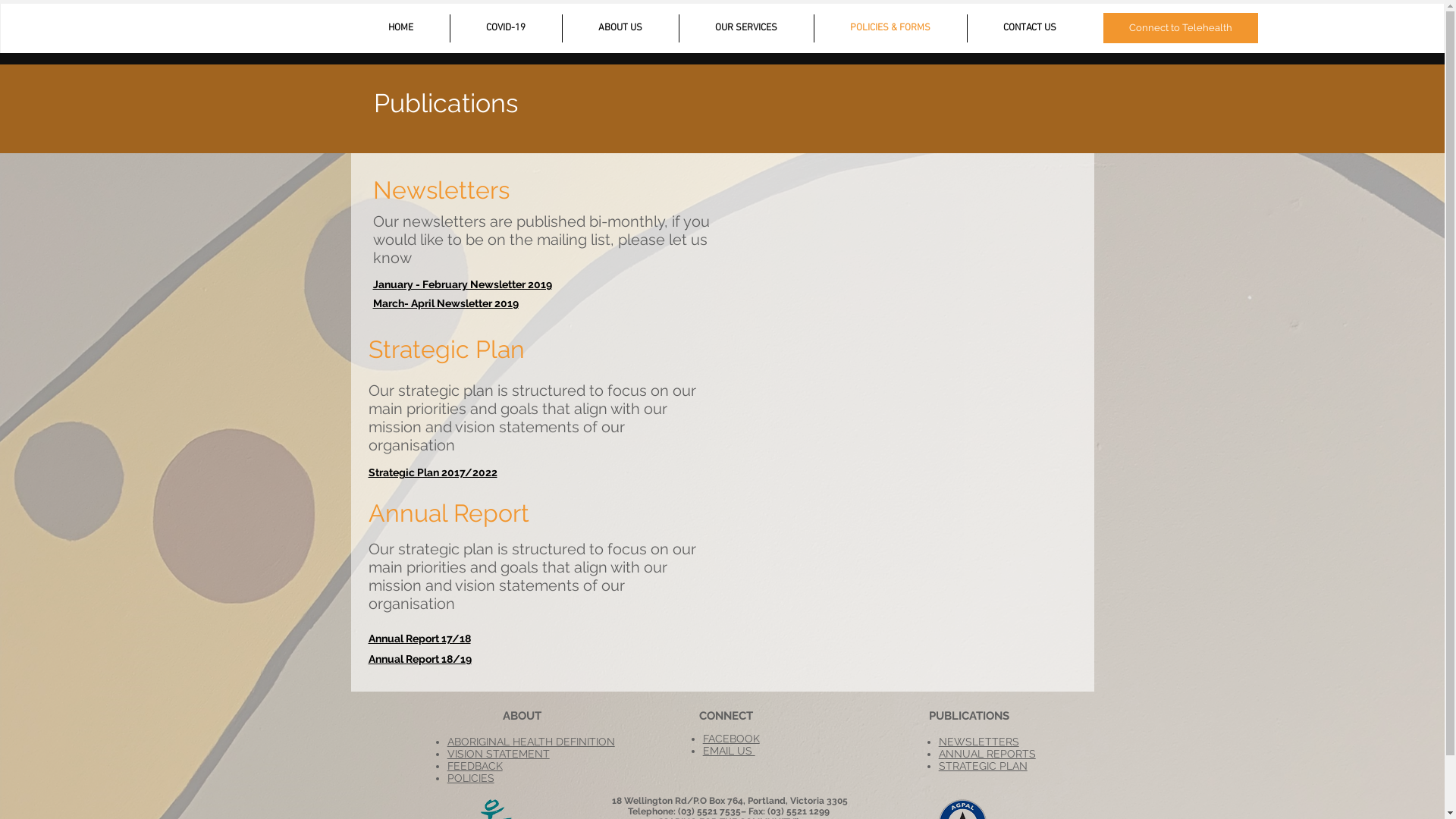 Image resolution: width=1456 pixels, height=819 pixels. Describe the element at coordinates (372, 284) in the screenshot. I see `'January - February Newsletter 2019'` at that location.